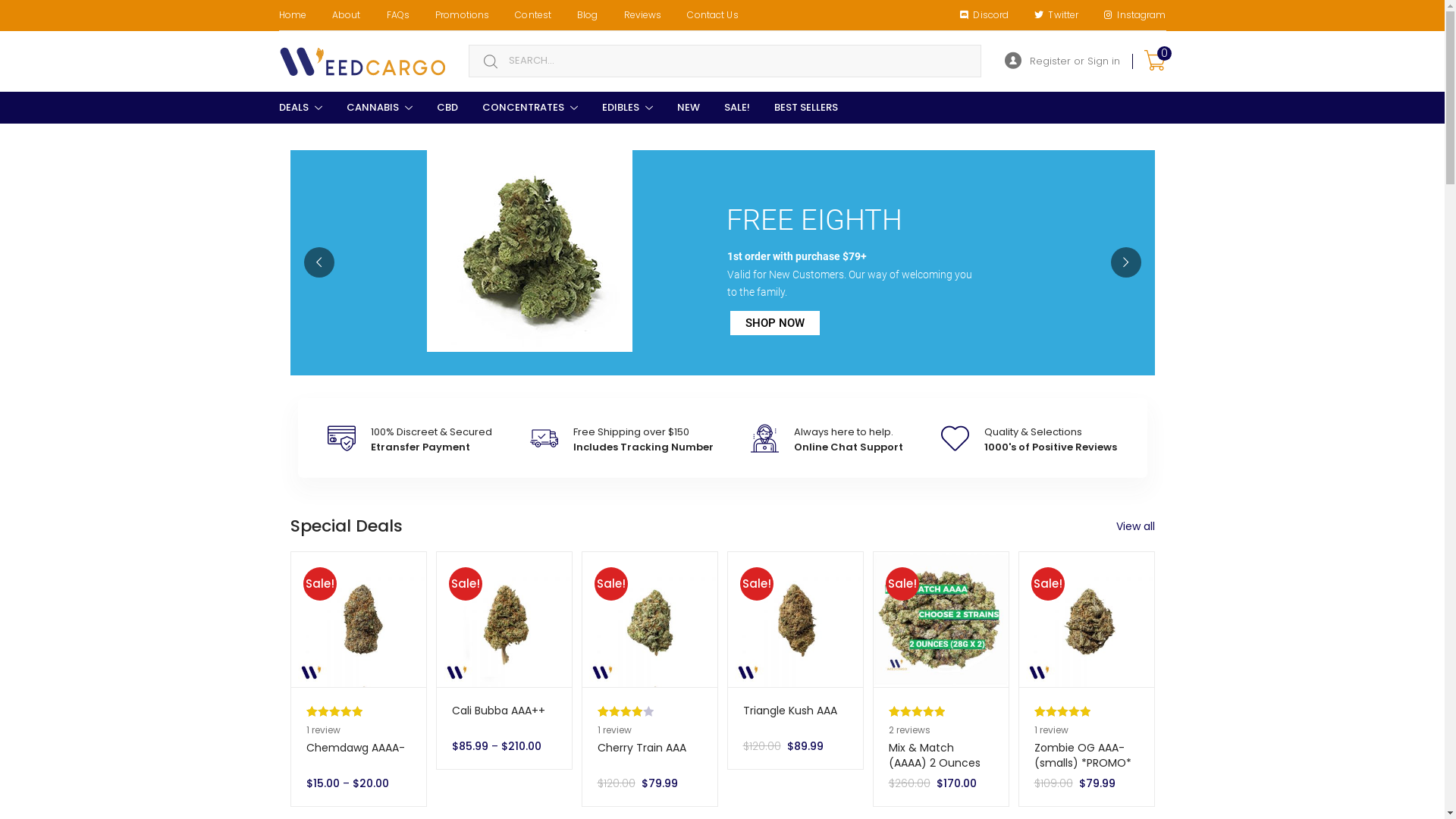 This screenshot has width=1456, height=819. What do you see at coordinates (300, 107) in the screenshot?
I see `'DEALS'` at bounding box center [300, 107].